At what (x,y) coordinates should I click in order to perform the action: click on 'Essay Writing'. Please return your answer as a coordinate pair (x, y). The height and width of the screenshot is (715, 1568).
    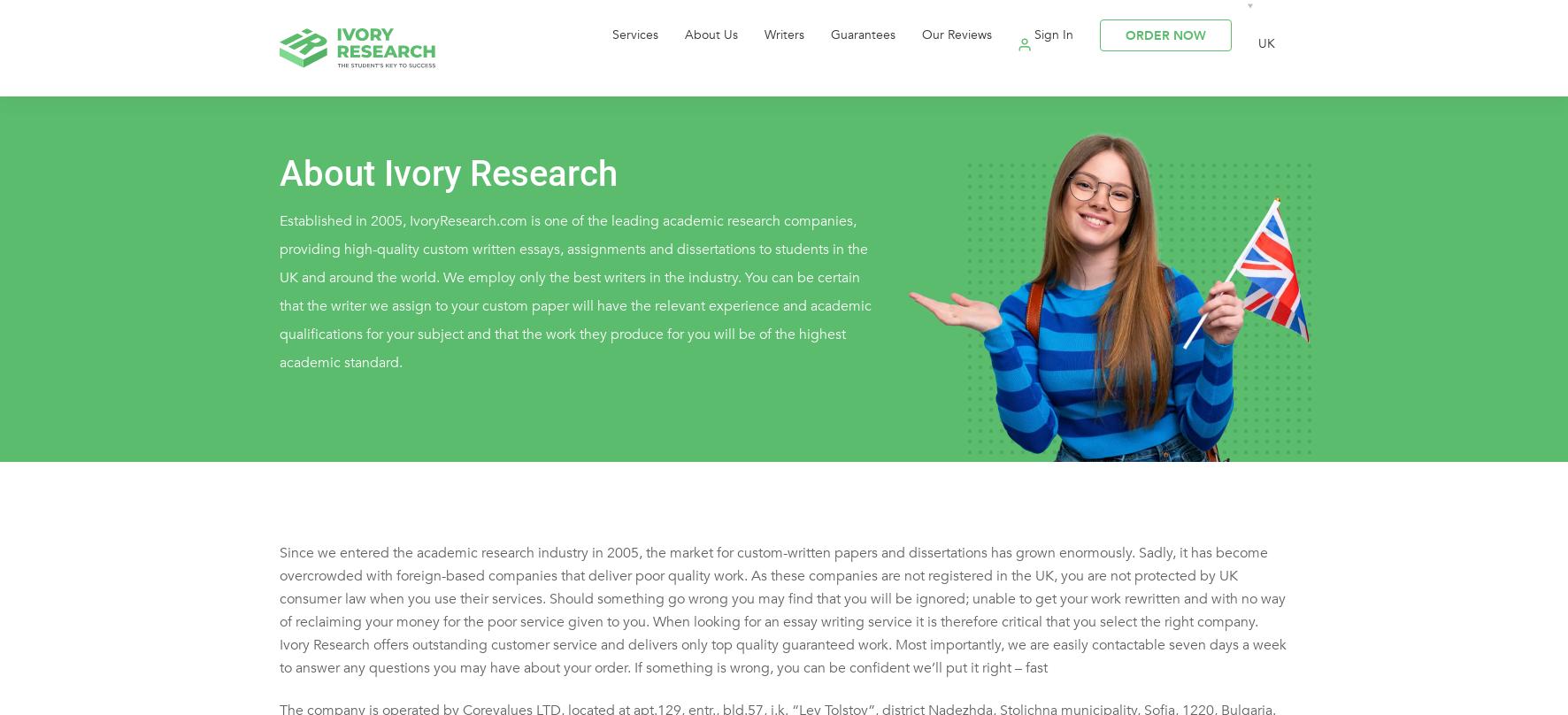
    Looking at the image, I should click on (634, 167).